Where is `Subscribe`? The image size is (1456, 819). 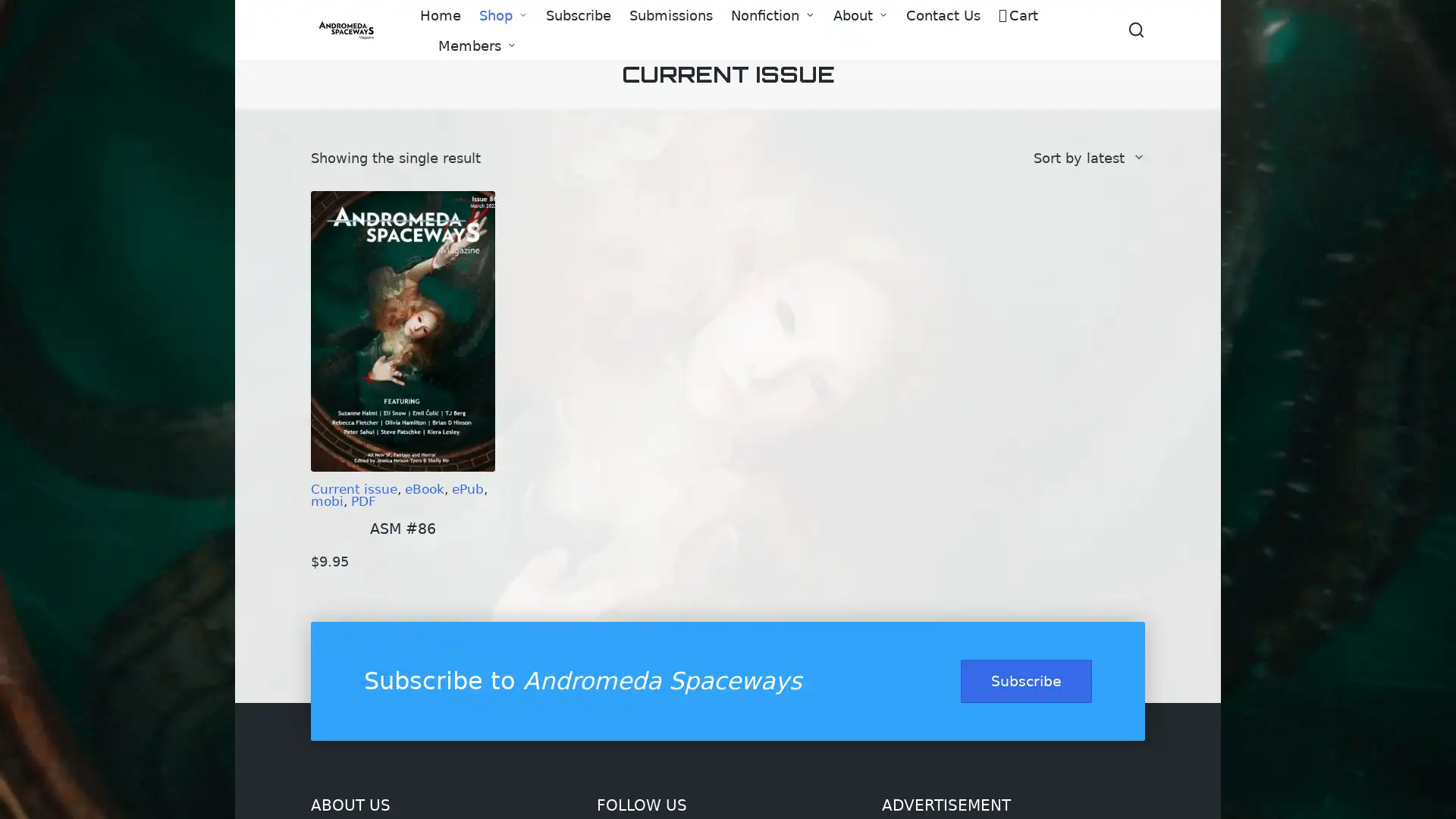
Subscribe is located at coordinates (1026, 680).